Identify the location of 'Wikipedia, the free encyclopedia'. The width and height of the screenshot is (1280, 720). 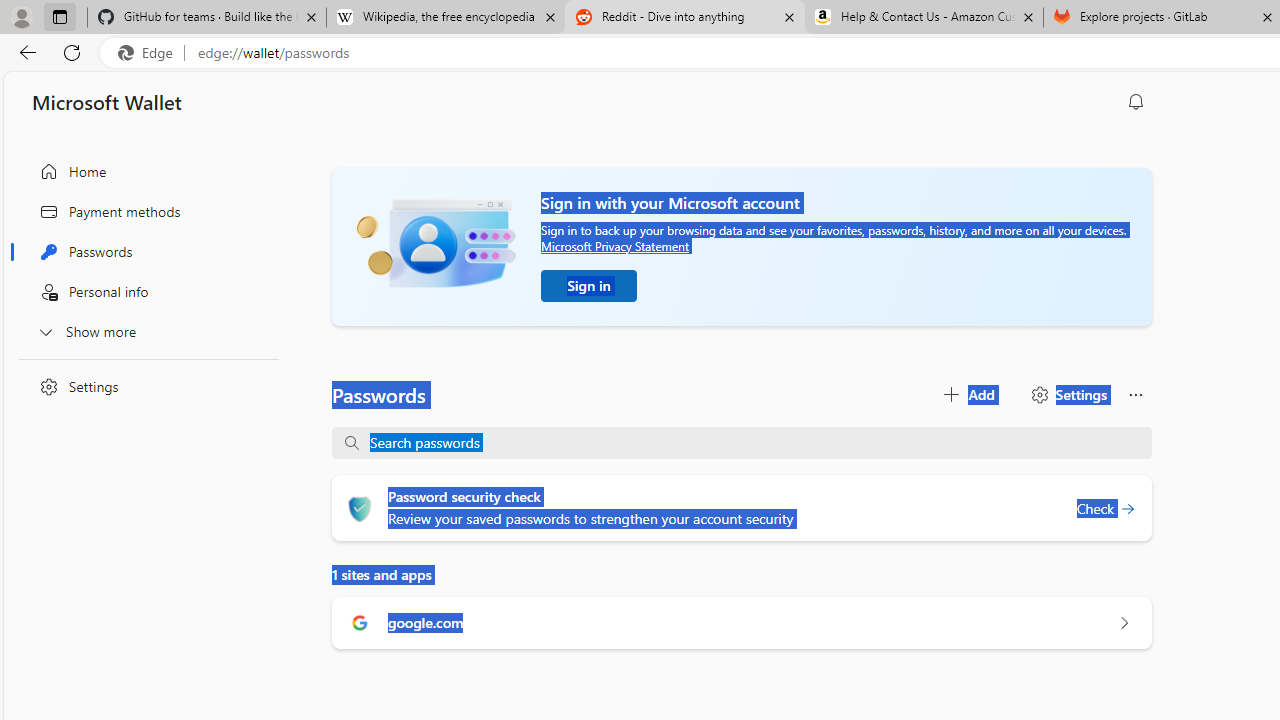
(444, 17).